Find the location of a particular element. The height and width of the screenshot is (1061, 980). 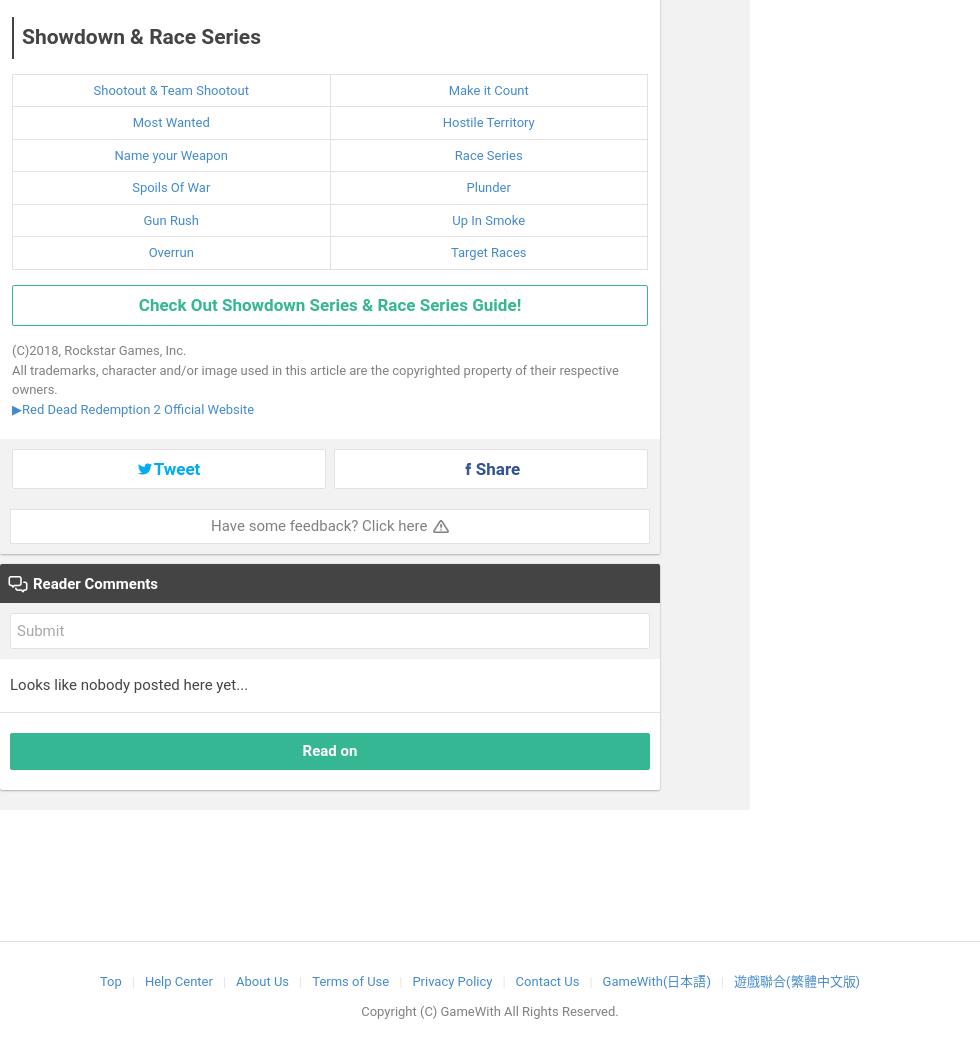

'Gun Rush' is located at coordinates (170, 218).